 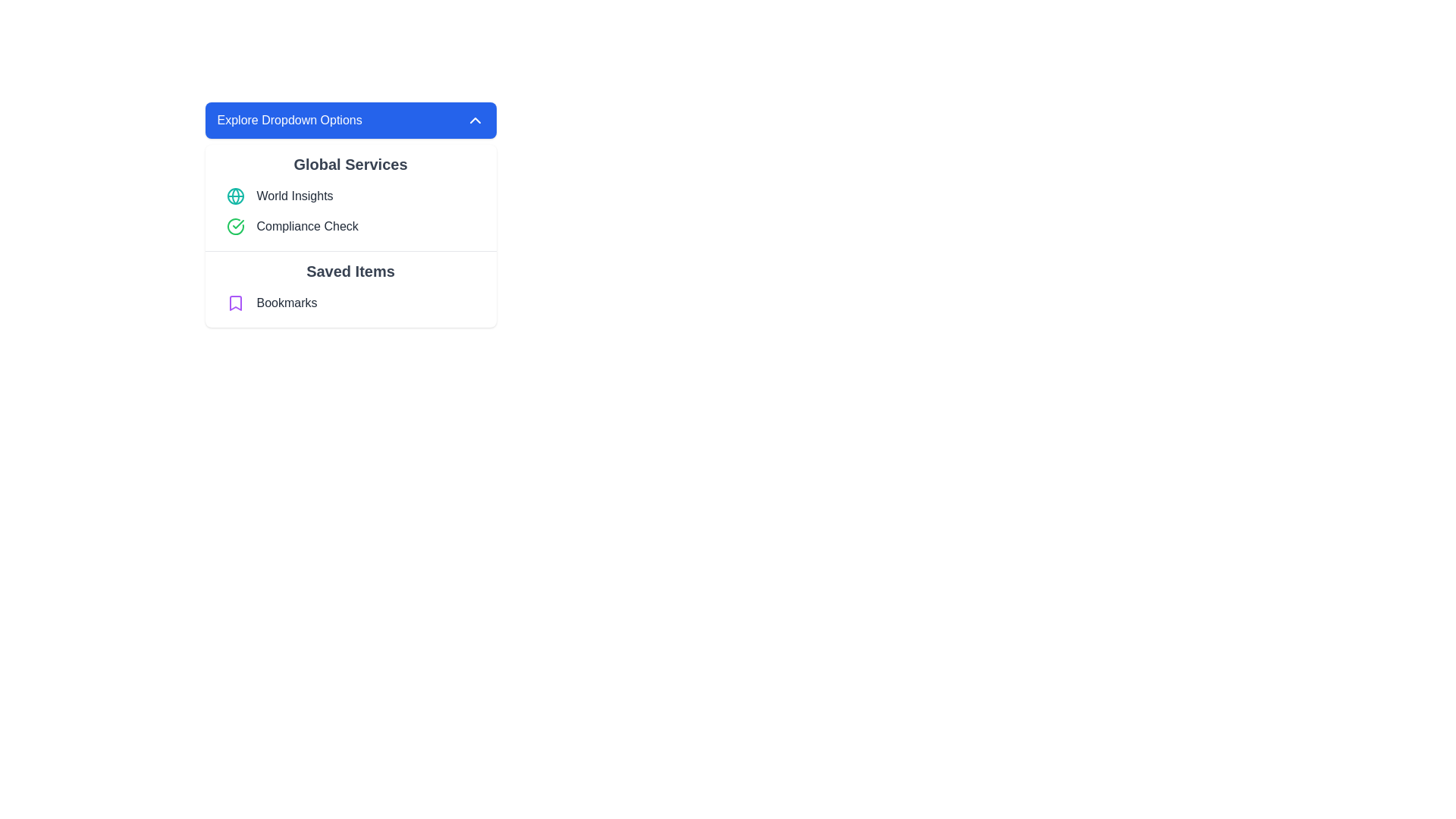 I want to click on the rounded rectangular button labeled 'Explore Dropdown Options', so click(x=350, y=119).